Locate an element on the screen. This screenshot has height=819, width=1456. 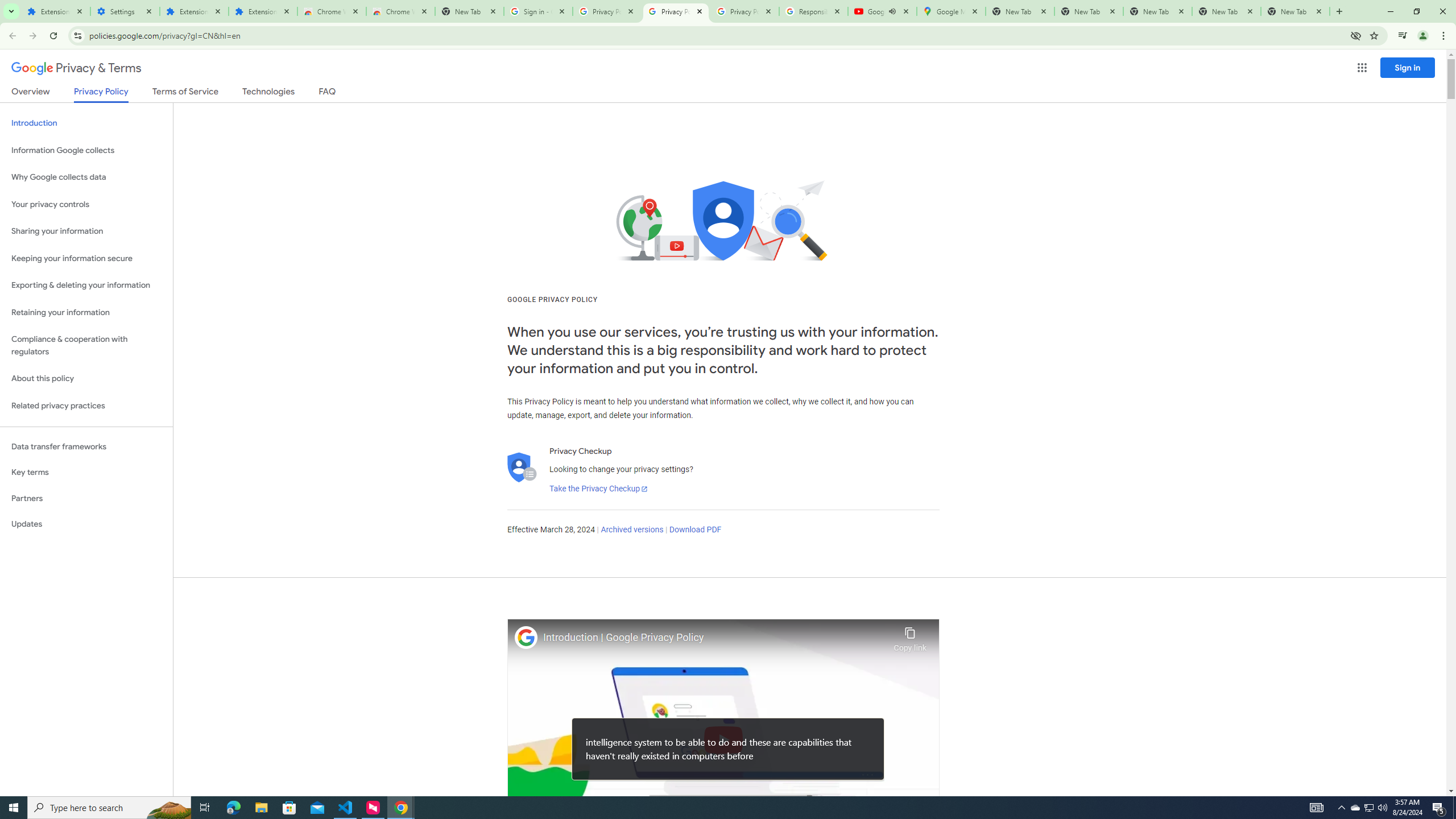
'FAQ' is located at coordinates (327, 93).